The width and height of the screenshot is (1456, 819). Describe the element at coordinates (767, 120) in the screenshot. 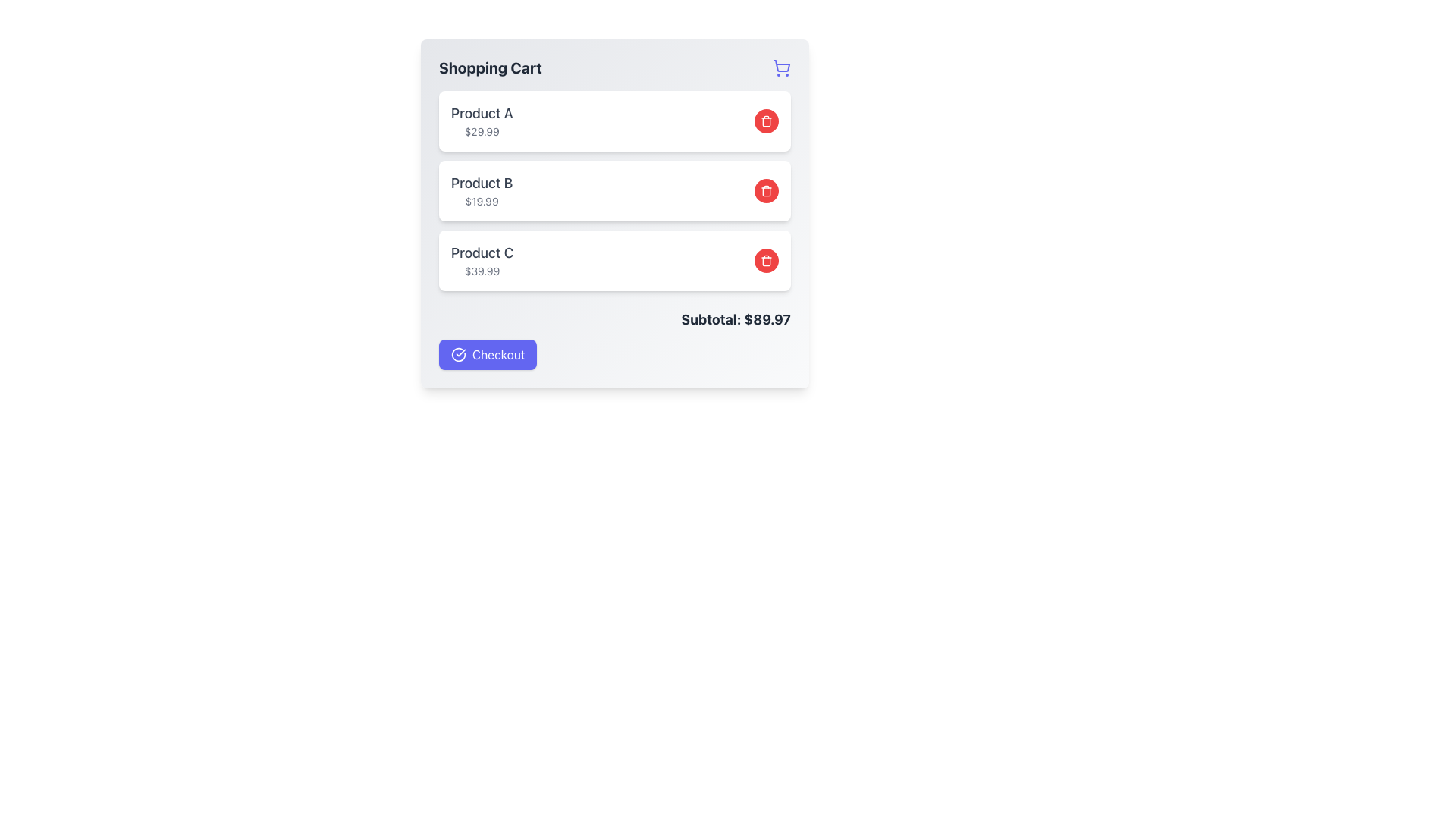

I see `the trash bin-shaped icon button with a red background located next to the product listing in the 'Product B' row, adjacent to the price` at that location.